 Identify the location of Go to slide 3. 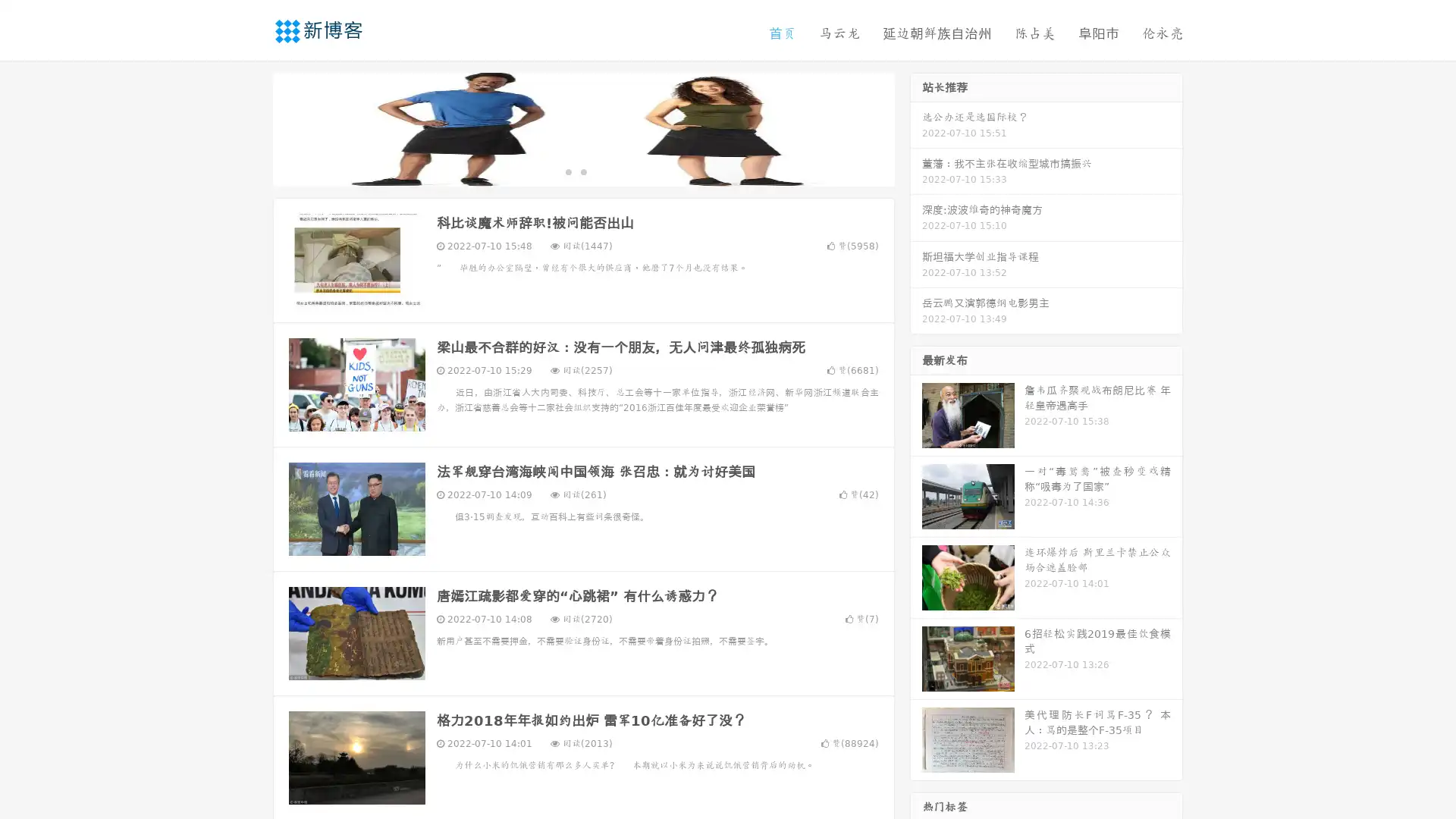
(598, 171).